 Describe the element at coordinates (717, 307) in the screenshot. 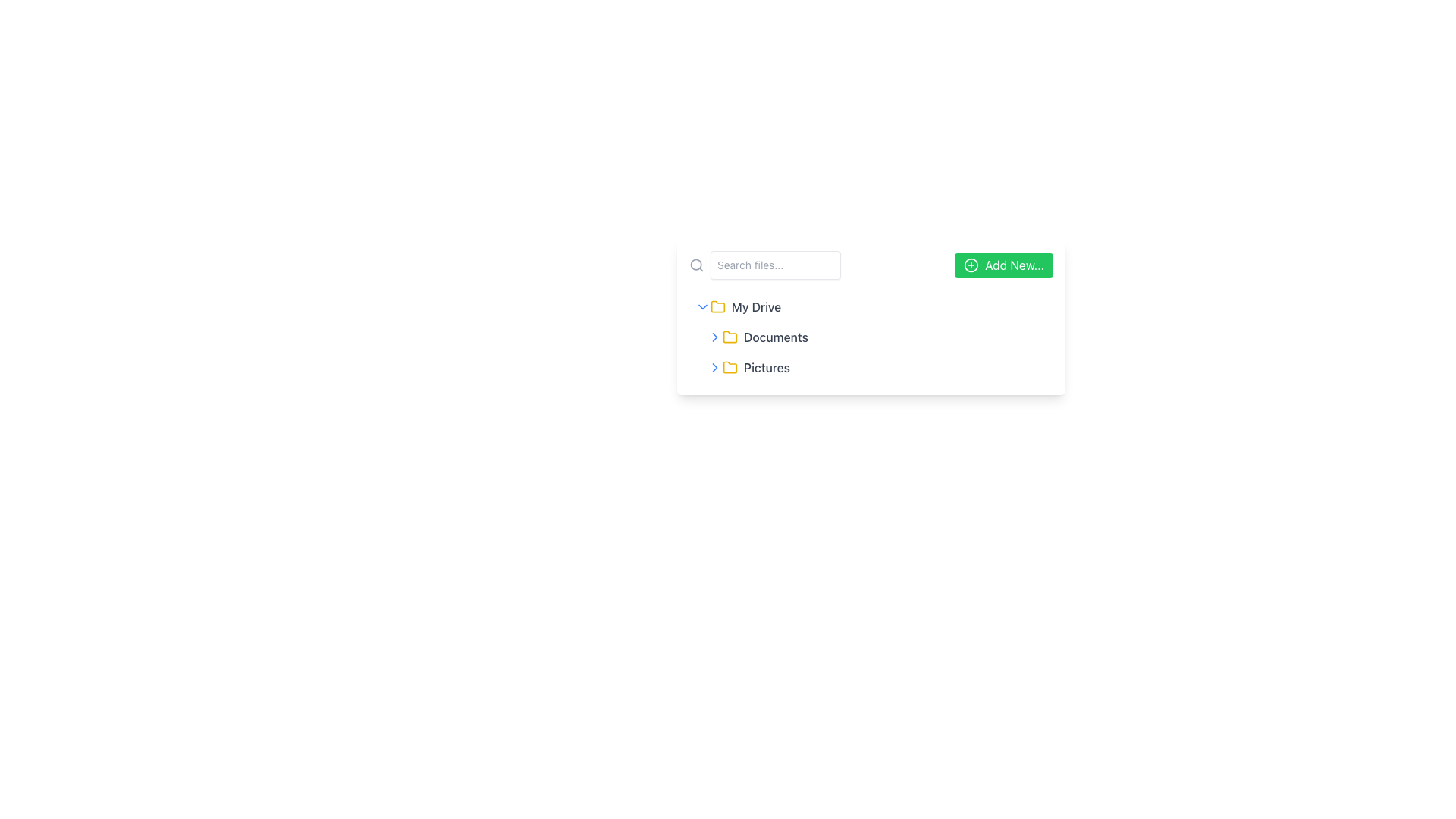

I see `the folder icon representing the 'My Drive' section, which is the third visual element in the left panel, located between a blue downward-chevron and the text 'My Drive'` at that location.